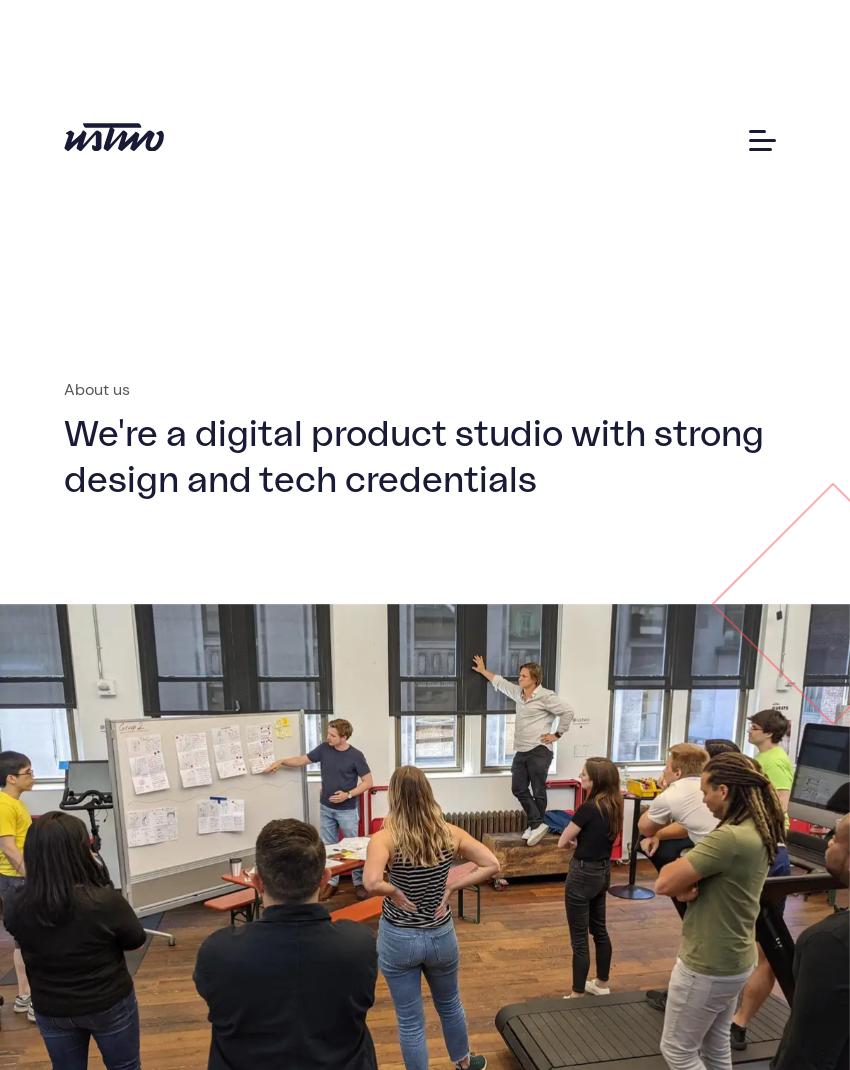  What do you see at coordinates (98, 460) in the screenshot?
I see `'Join us'` at bounding box center [98, 460].